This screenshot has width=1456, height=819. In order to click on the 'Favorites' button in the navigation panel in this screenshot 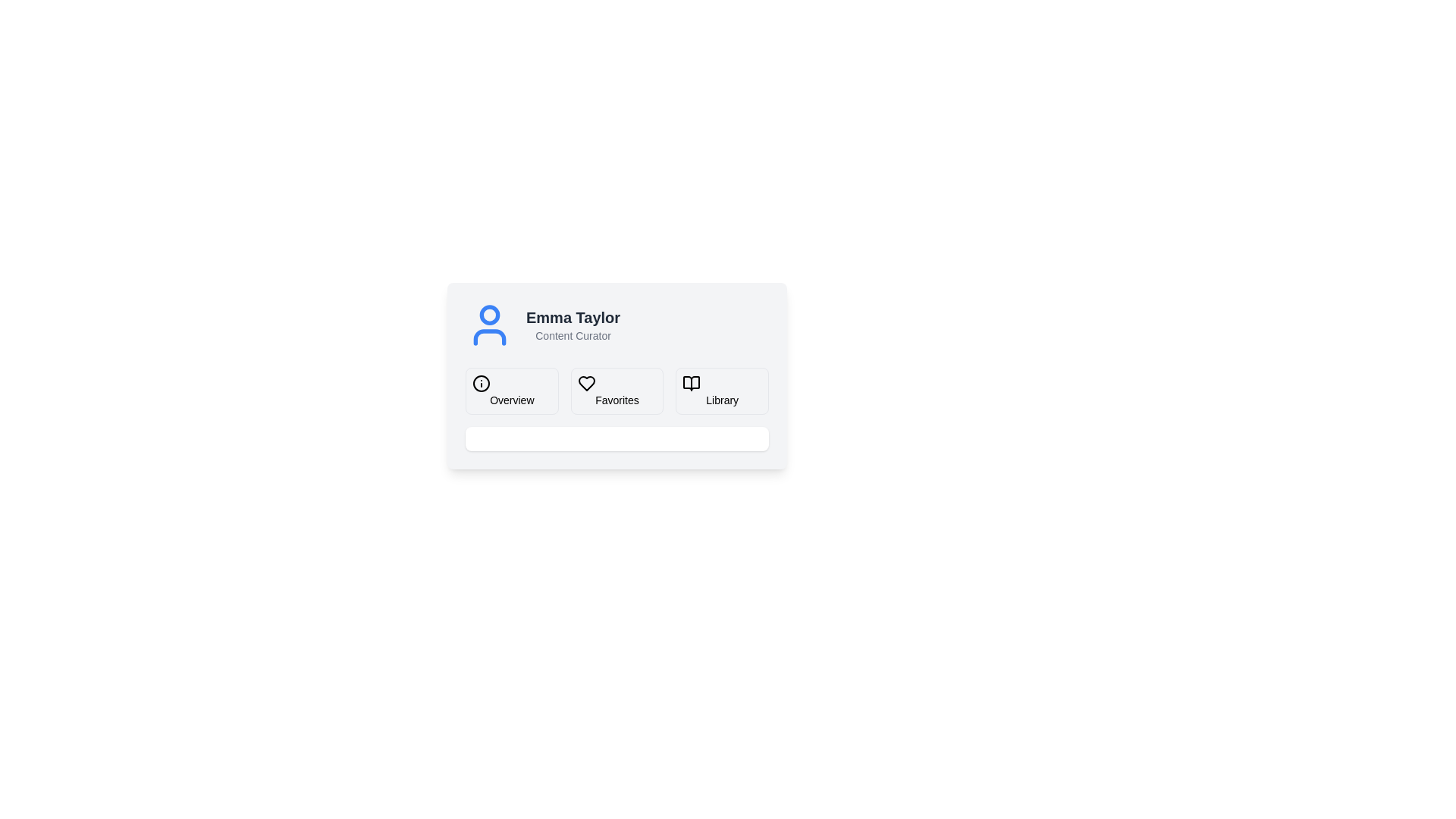, I will do `click(617, 391)`.